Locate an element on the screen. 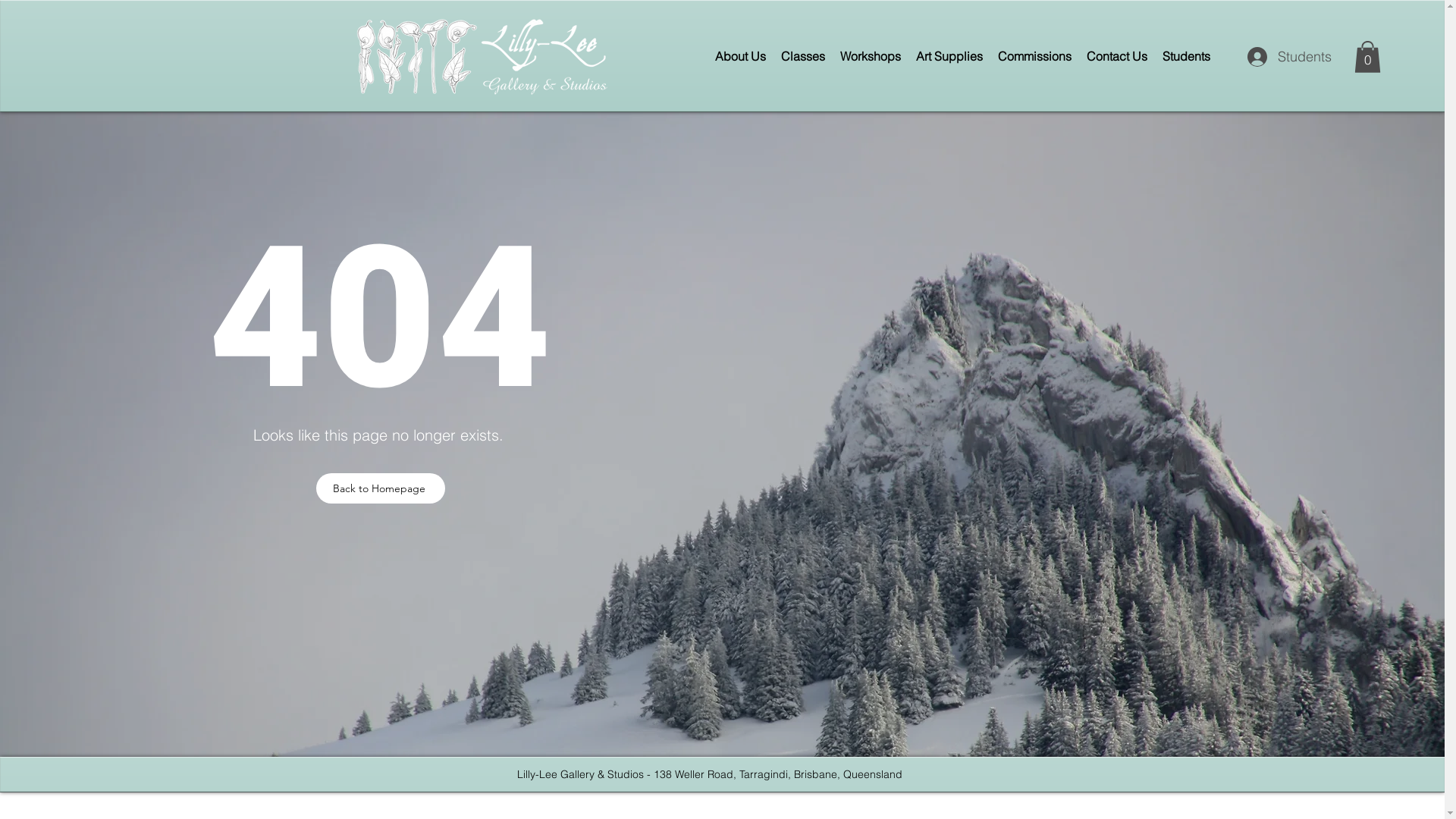 Image resolution: width=1456 pixels, height=819 pixels. 'Art Supplies' is located at coordinates (949, 55).